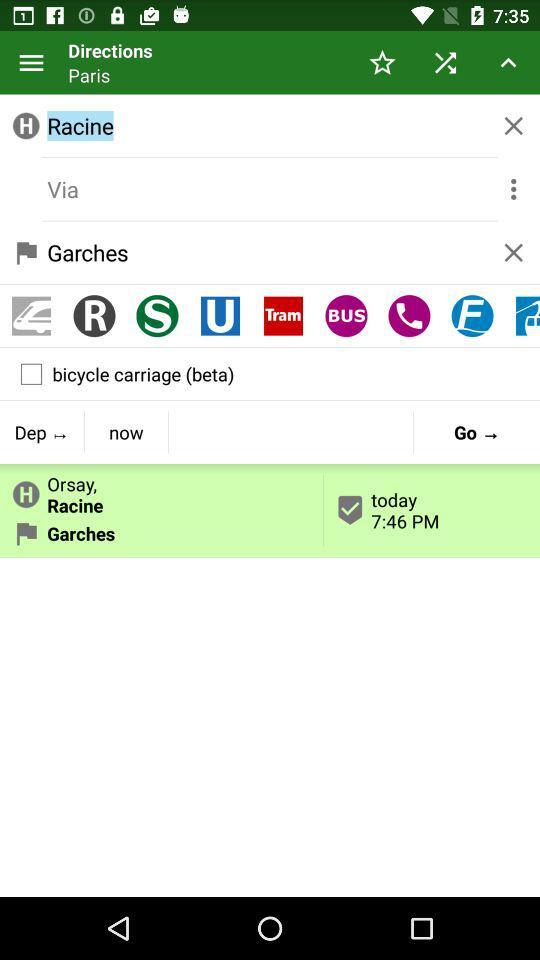 The width and height of the screenshot is (540, 960). What do you see at coordinates (431, 509) in the screenshot?
I see `the icon to the right of orsay,` at bounding box center [431, 509].